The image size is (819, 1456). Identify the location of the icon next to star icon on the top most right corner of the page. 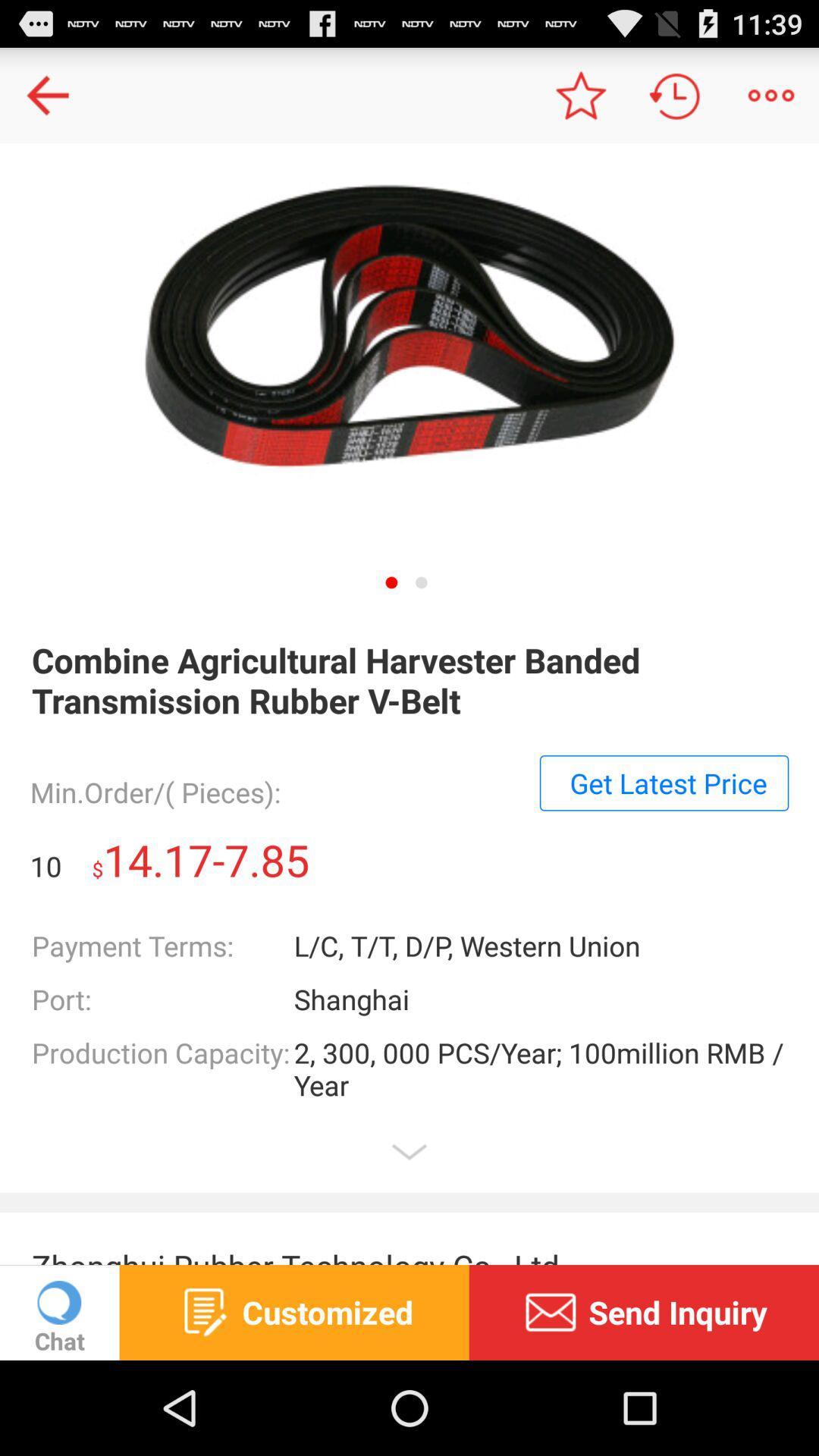
(675, 94).